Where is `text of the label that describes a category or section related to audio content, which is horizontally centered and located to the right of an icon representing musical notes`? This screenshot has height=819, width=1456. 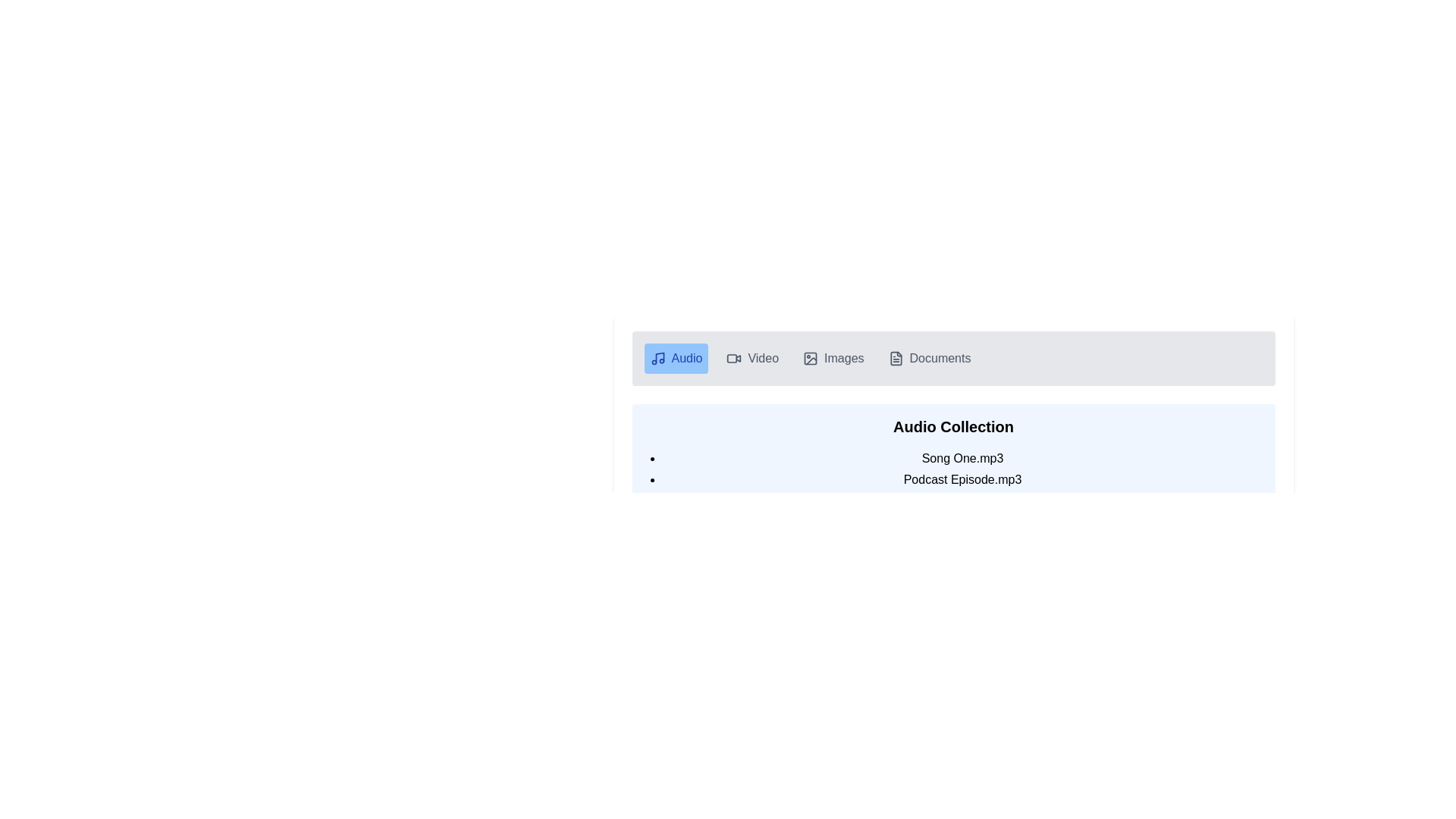 text of the label that describes a category or section related to audio content, which is horizontally centered and located to the right of an icon representing musical notes is located at coordinates (686, 359).